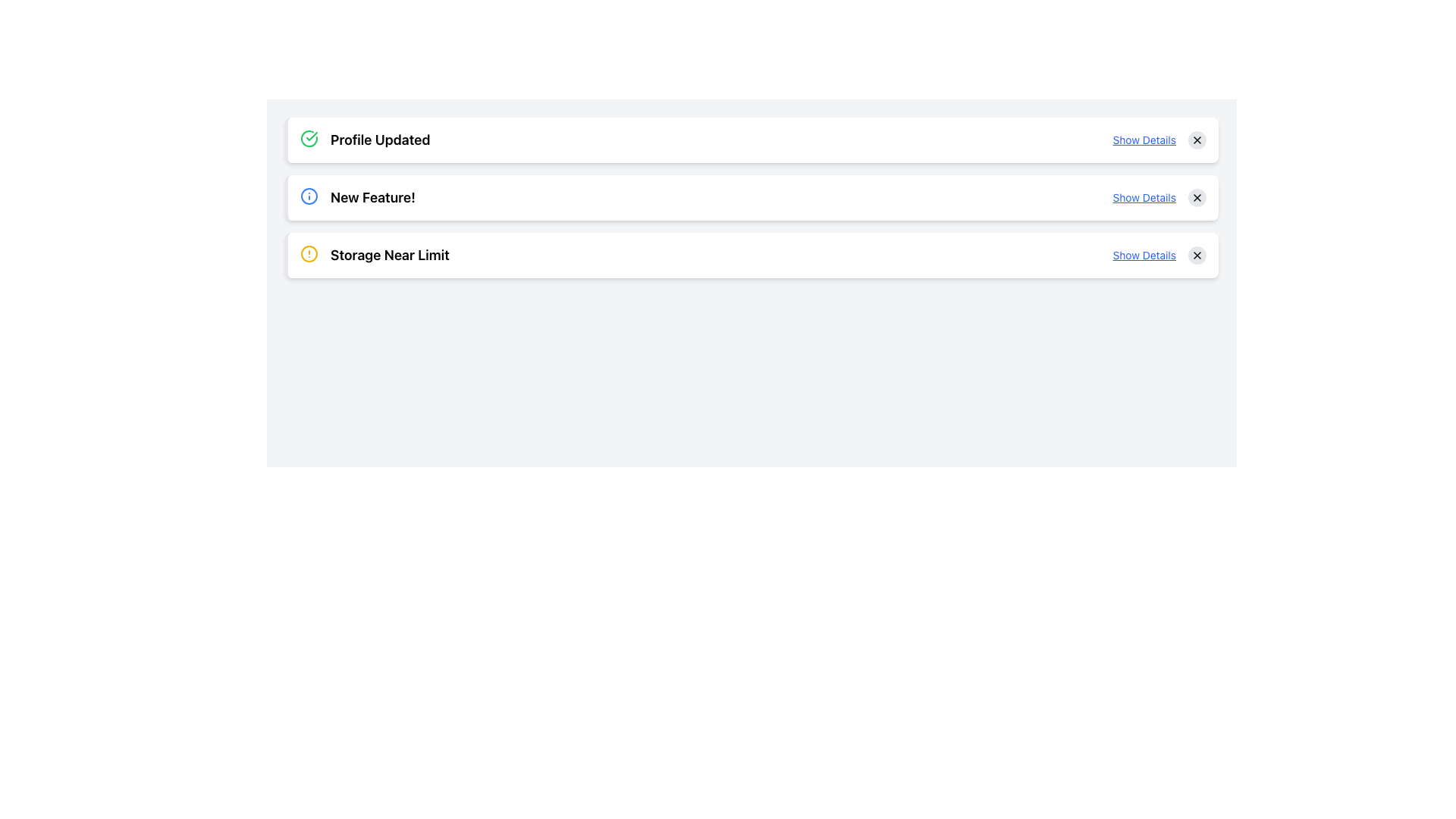  I want to click on the 'x' icon, so click(1197, 197).